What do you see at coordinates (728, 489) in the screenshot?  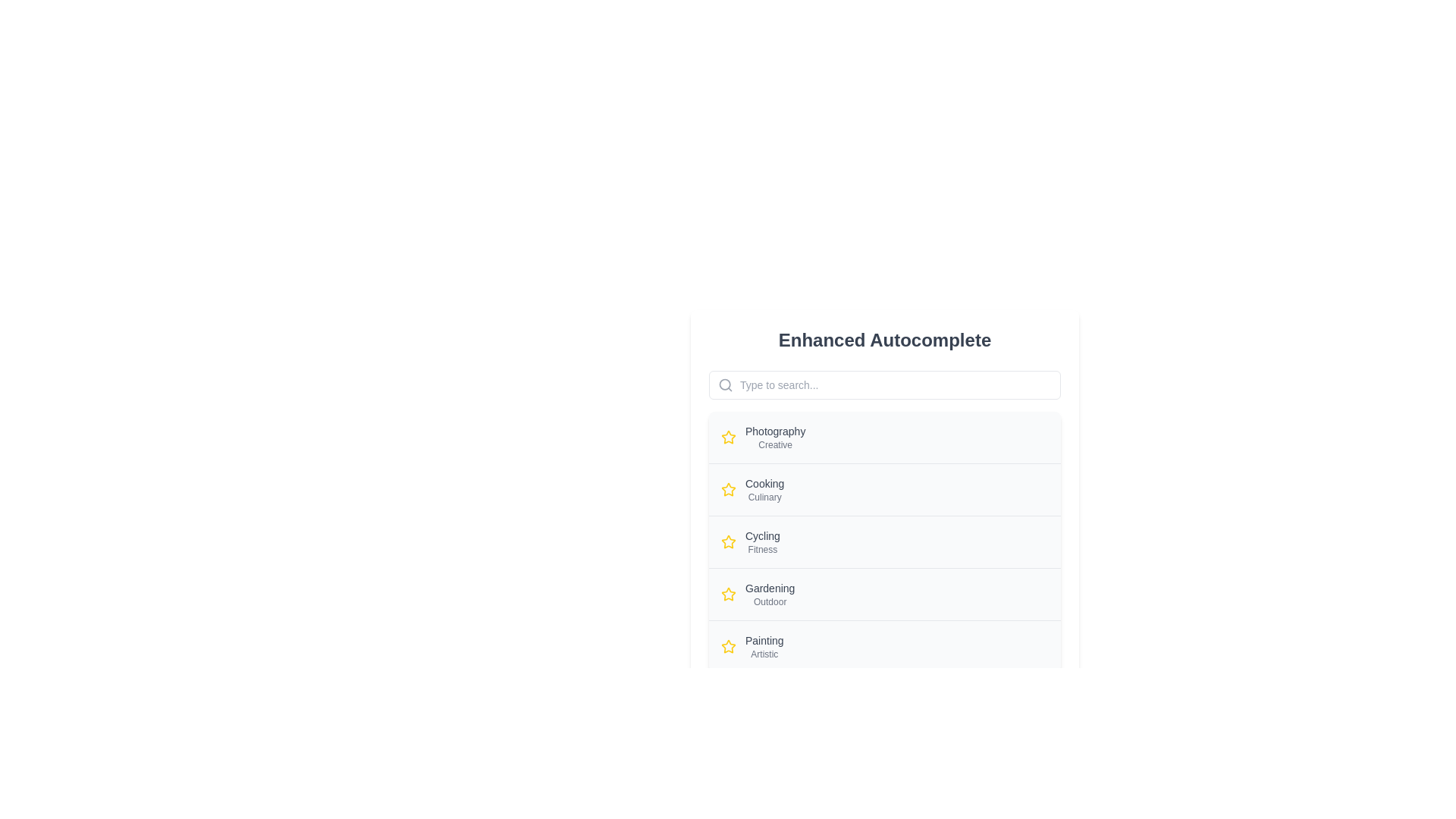 I see `the yellow star-shaped icon located to the left of the 'Cooking' list item, which is the second entry in the vertical list` at bounding box center [728, 489].